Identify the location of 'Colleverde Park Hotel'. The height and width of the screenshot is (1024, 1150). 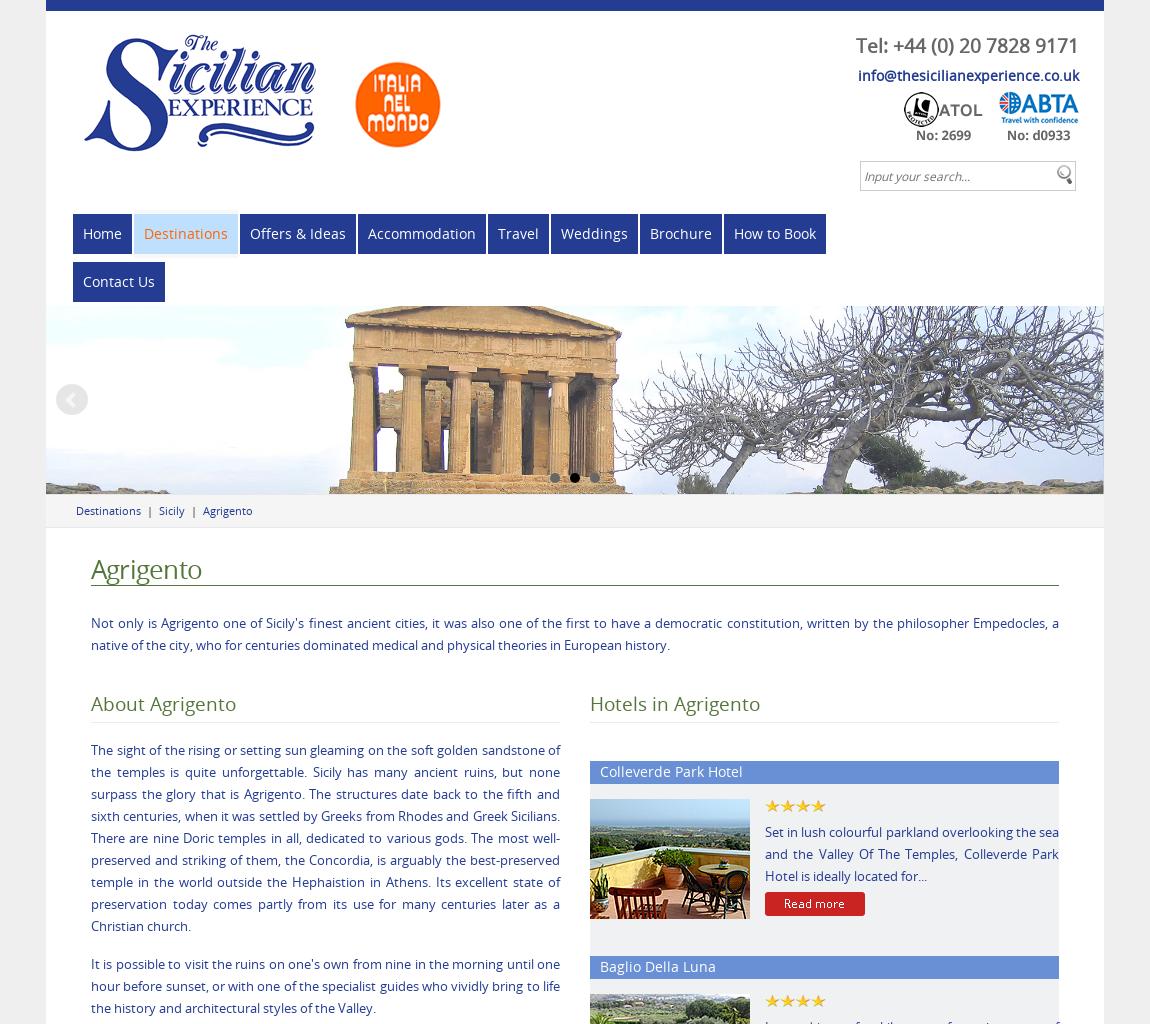
(670, 771).